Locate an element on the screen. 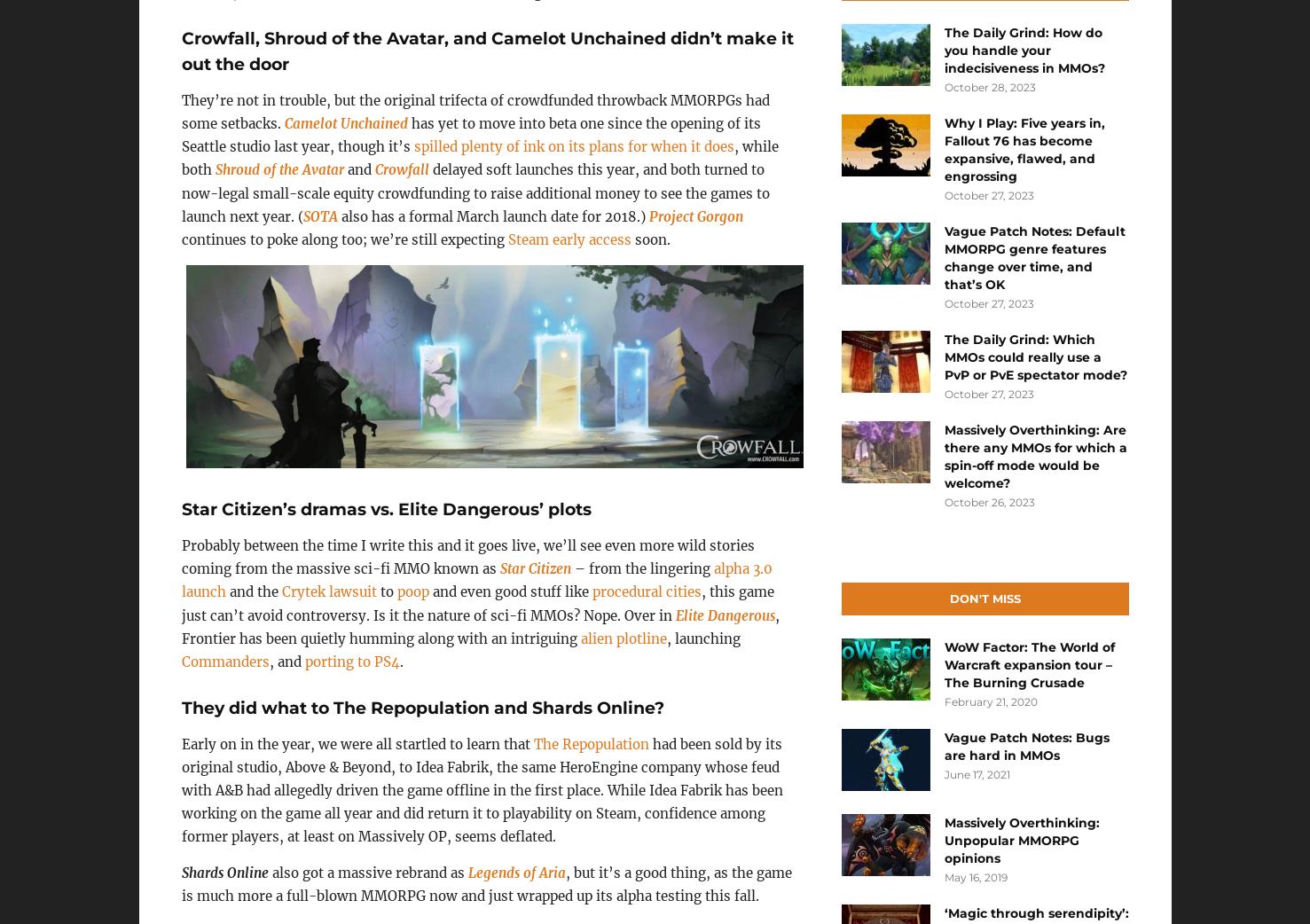 The image size is (1310, 924). 'Star Citizen' is located at coordinates (534, 568).